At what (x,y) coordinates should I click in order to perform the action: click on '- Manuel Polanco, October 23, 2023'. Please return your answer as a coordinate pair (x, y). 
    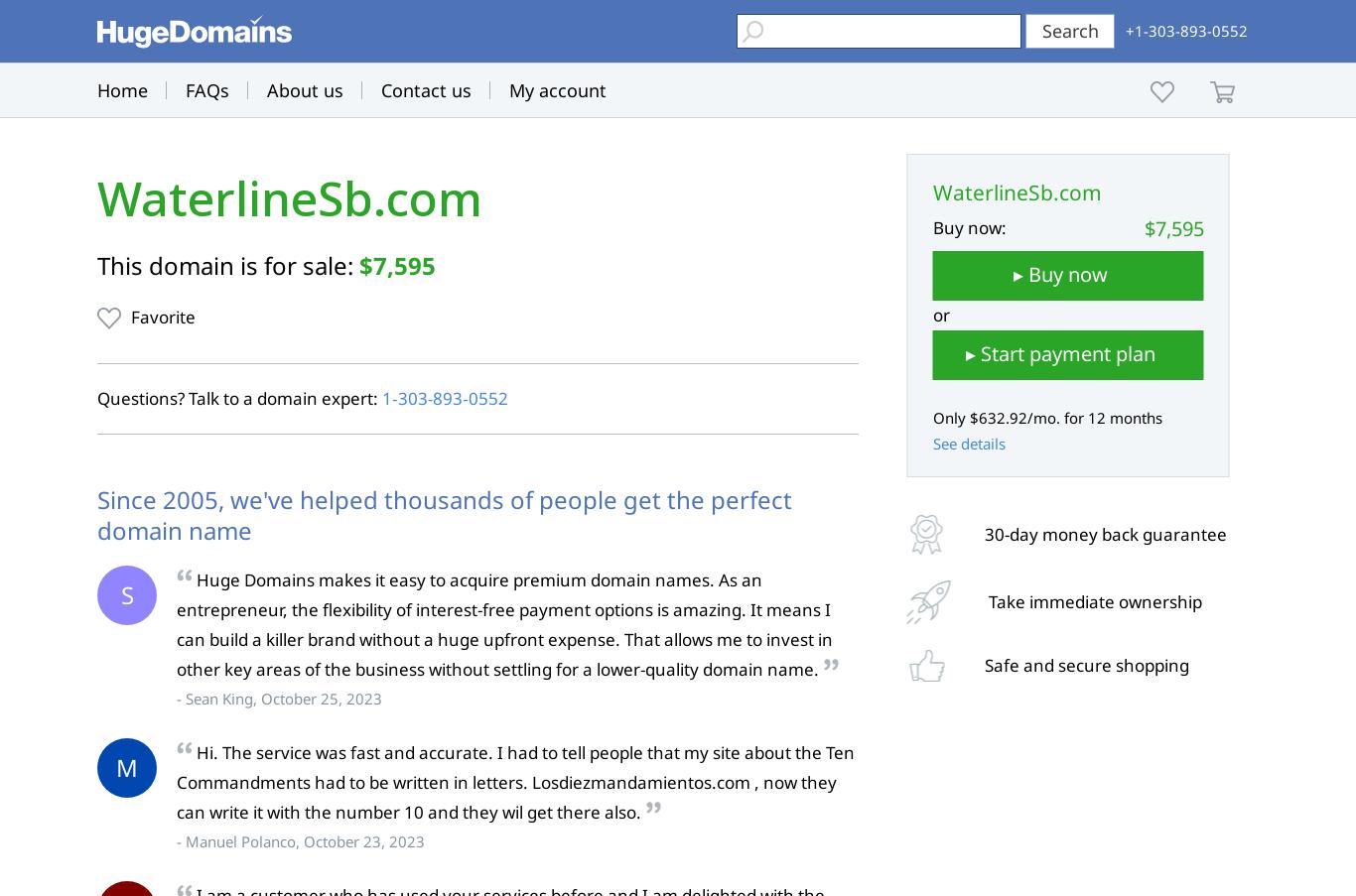
    Looking at the image, I should click on (300, 841).